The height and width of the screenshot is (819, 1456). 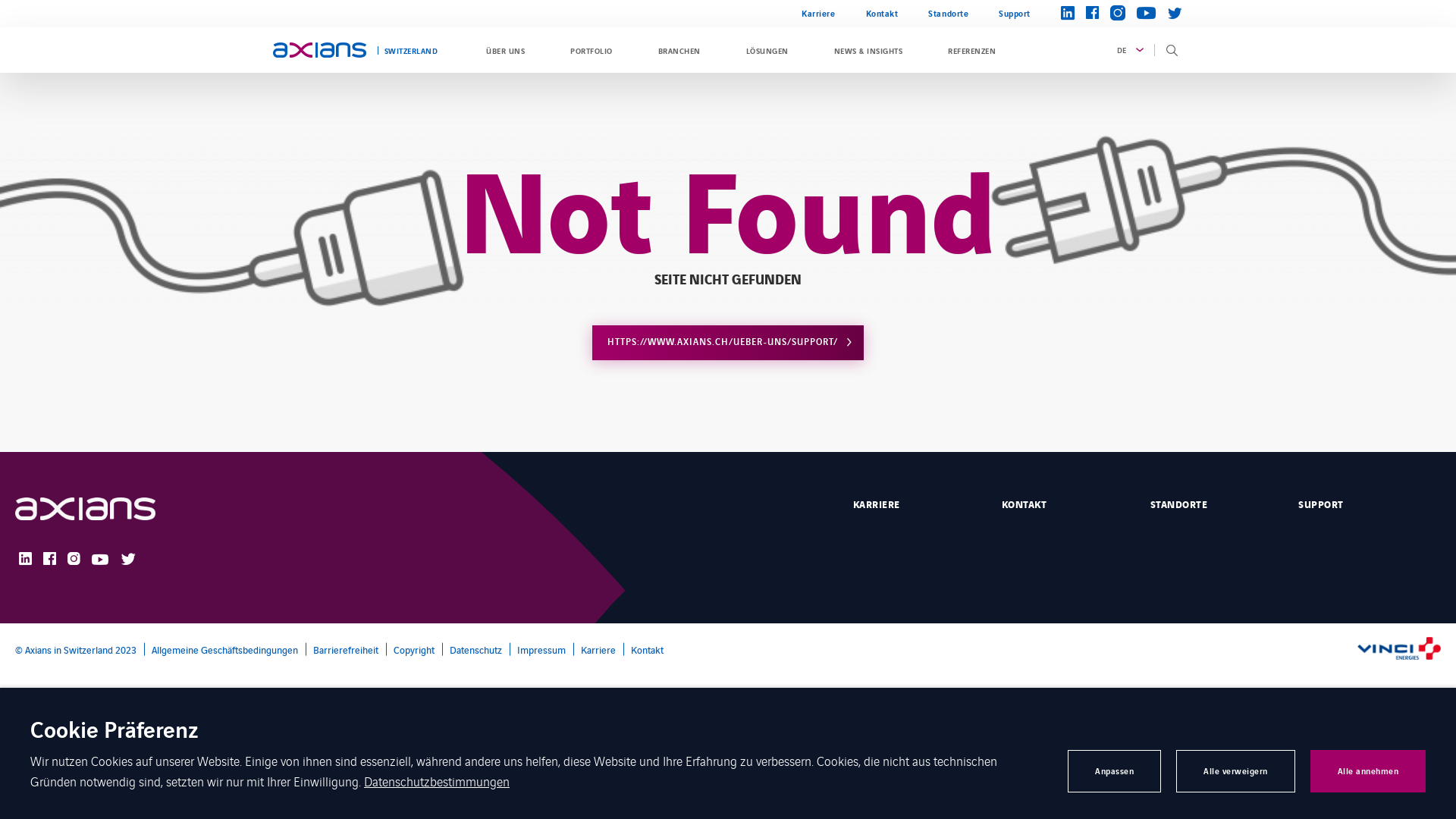 What do you see at coordinates (305, 648) in the screenshot?
I see `'Barrierefreiheit'` at bounding box center [305, 648].